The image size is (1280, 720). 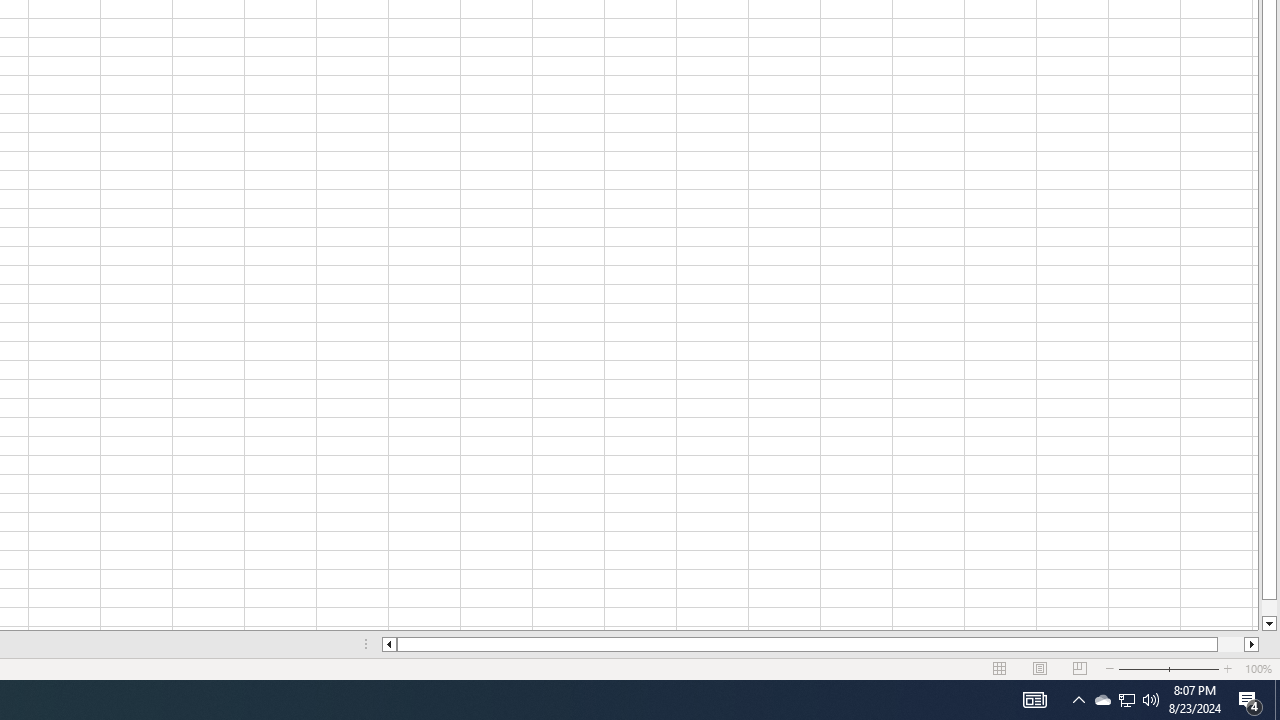 What do you see at coordinates (1226, 669) in the screenshot?
I see `'Zoom In'` at bounding box center [1226, 669].